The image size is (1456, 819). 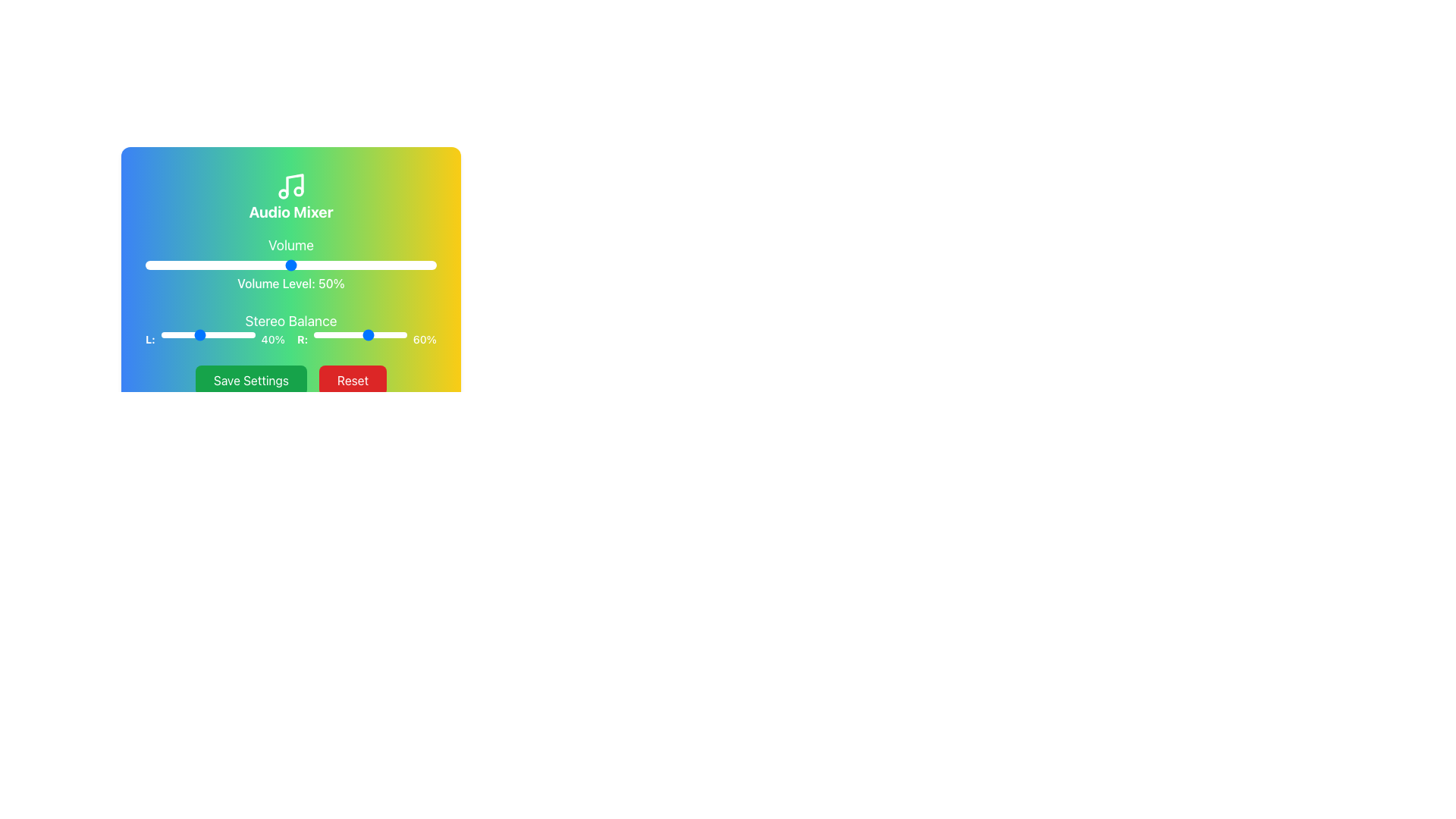 What do you see at coordinates (170, 334) in the screenshot?
I see `the slider` at bounding box center [170, 334].